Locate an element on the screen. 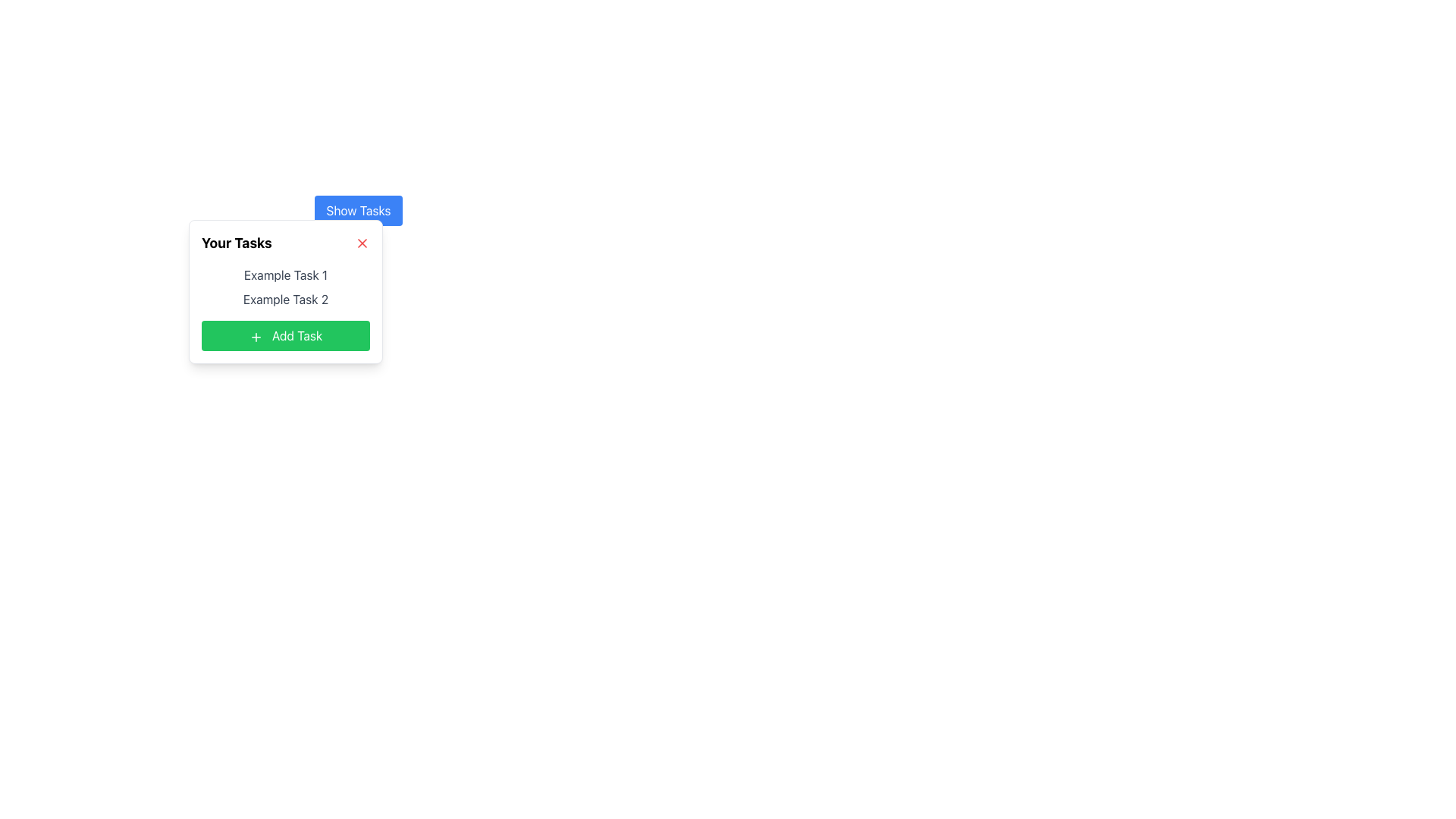  the blue button labeled 'Show Tasks' to change its visual state is located at coordinates (358, 210).